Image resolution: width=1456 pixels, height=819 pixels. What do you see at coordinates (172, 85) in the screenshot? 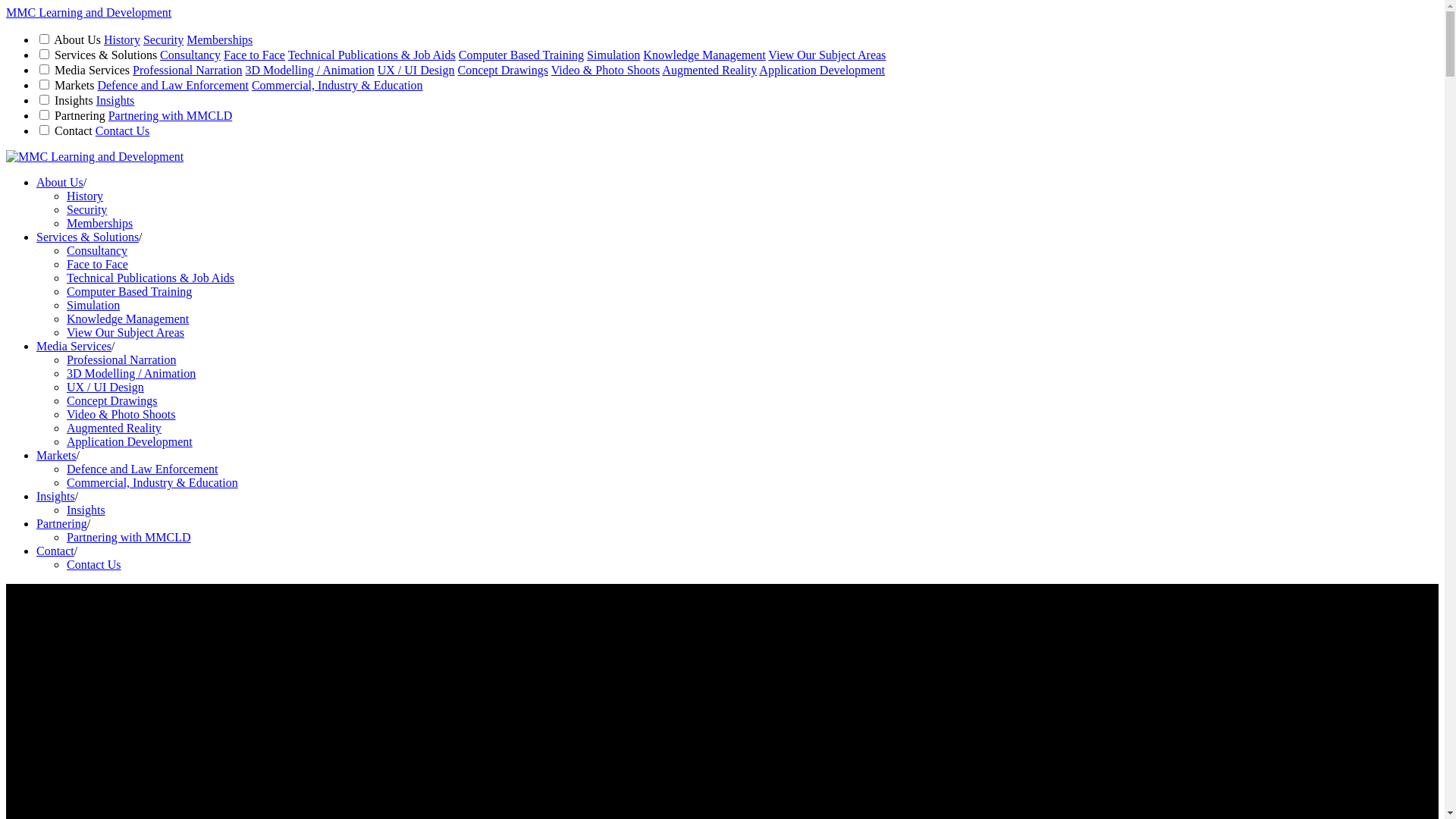
I see `'Defence and Law Enforcement'` at bounding box center [172, 85].